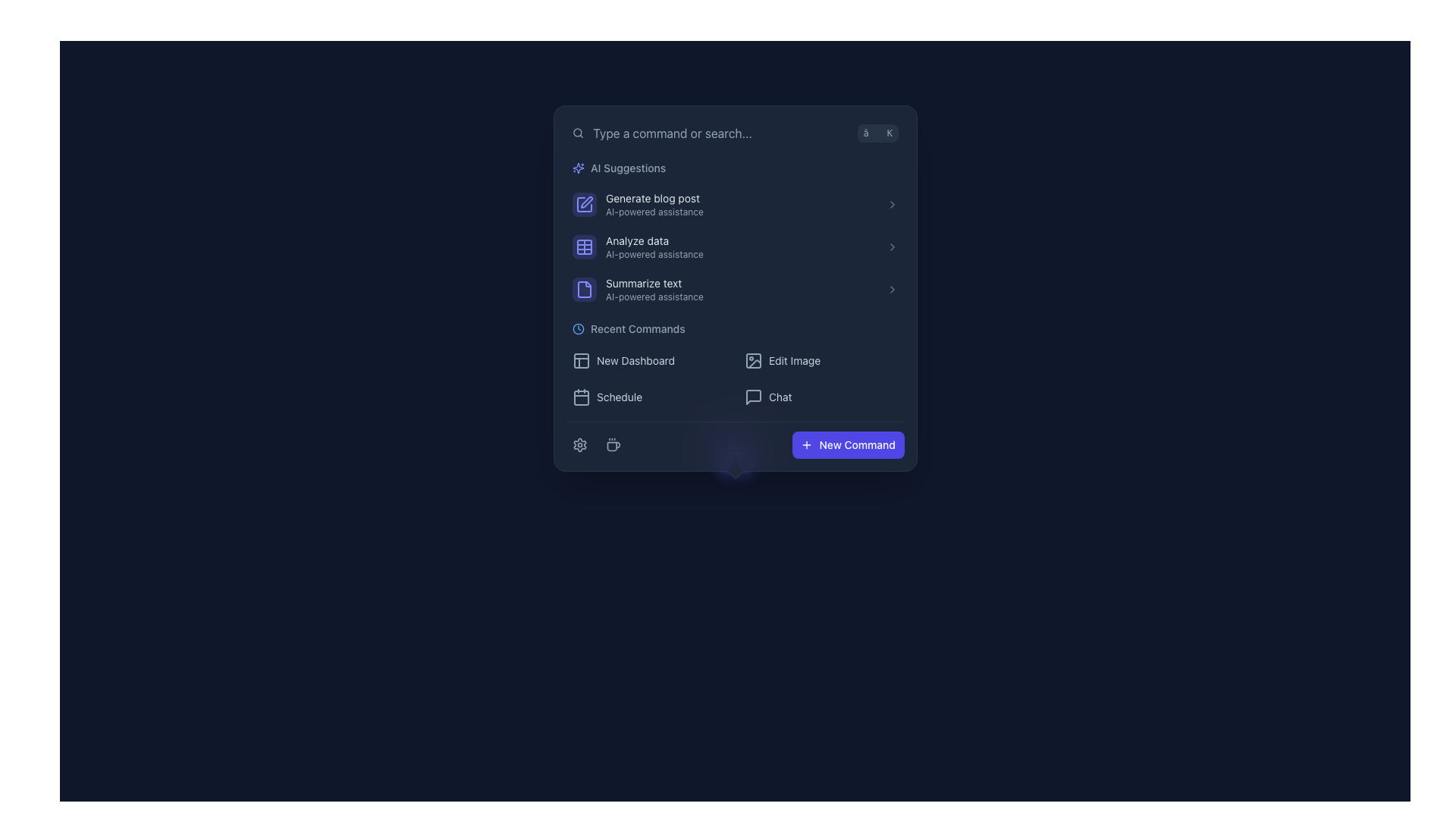  Describe the element at coordinates (735, 366) in the screenshot. I see `the 'Edit Image' button within the 'Recent Commands' section` at that location.